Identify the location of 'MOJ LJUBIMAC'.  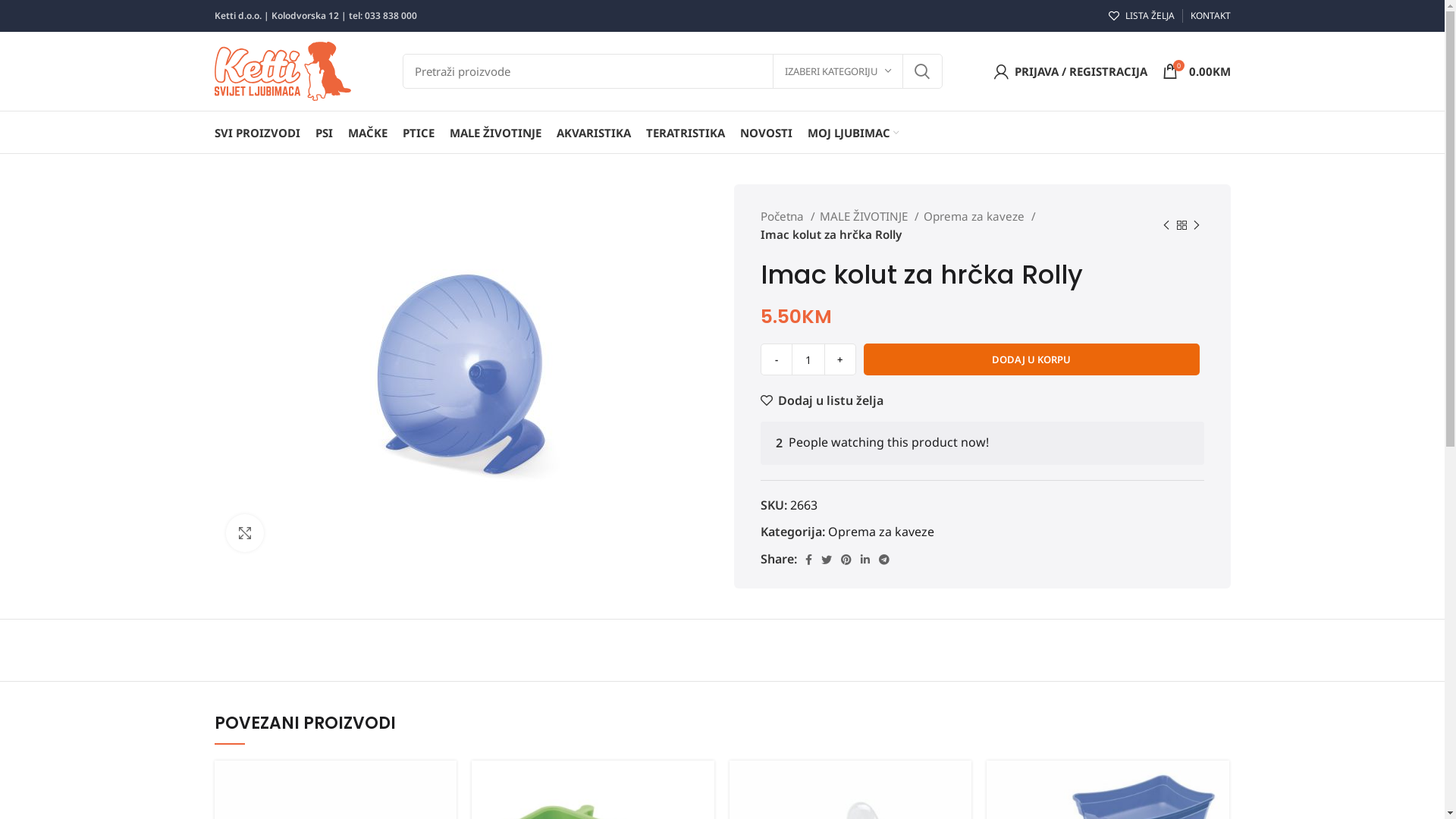
(852, 130).